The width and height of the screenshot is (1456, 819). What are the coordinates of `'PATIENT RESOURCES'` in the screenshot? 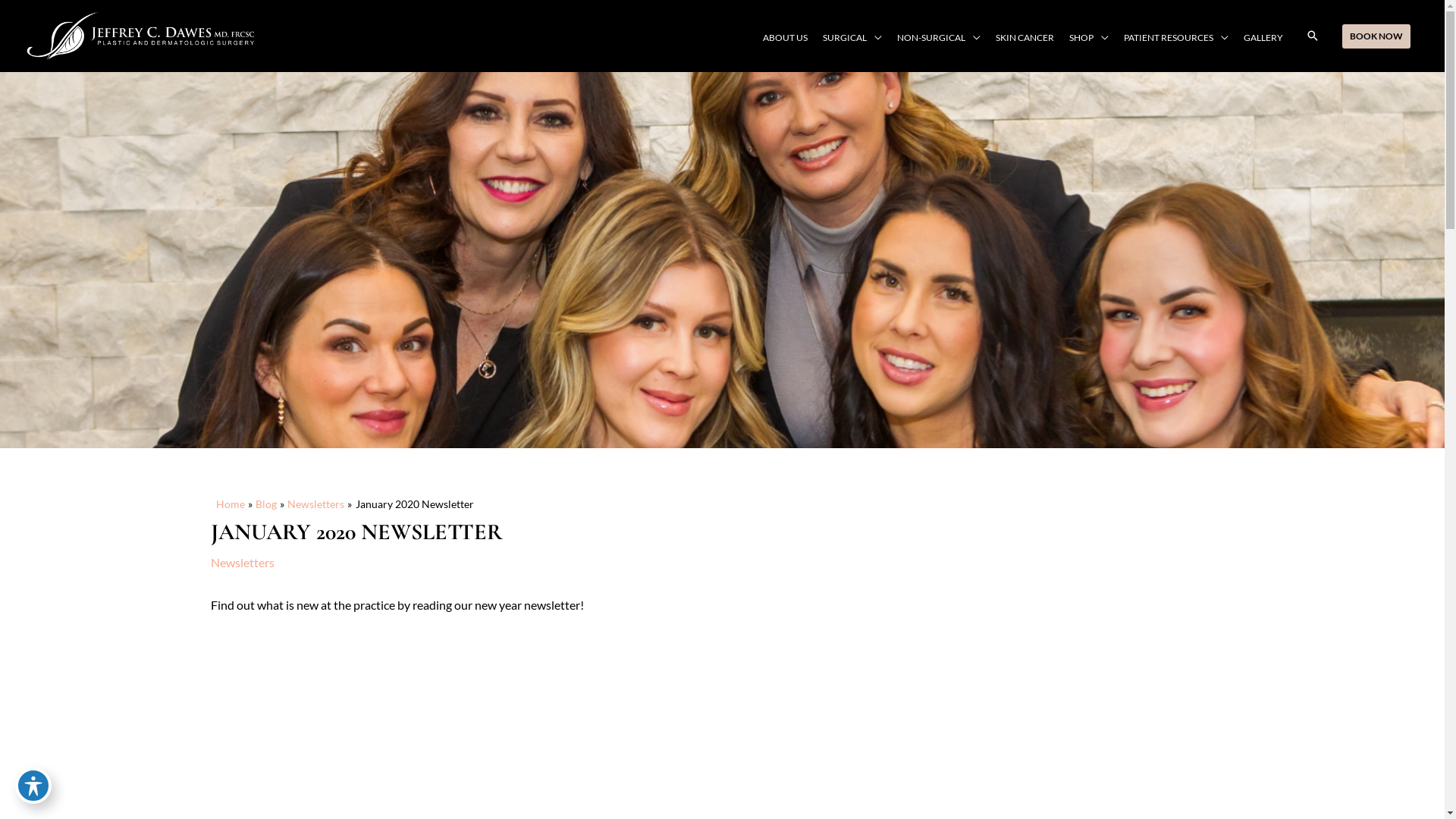 It's located at (1175, 37).